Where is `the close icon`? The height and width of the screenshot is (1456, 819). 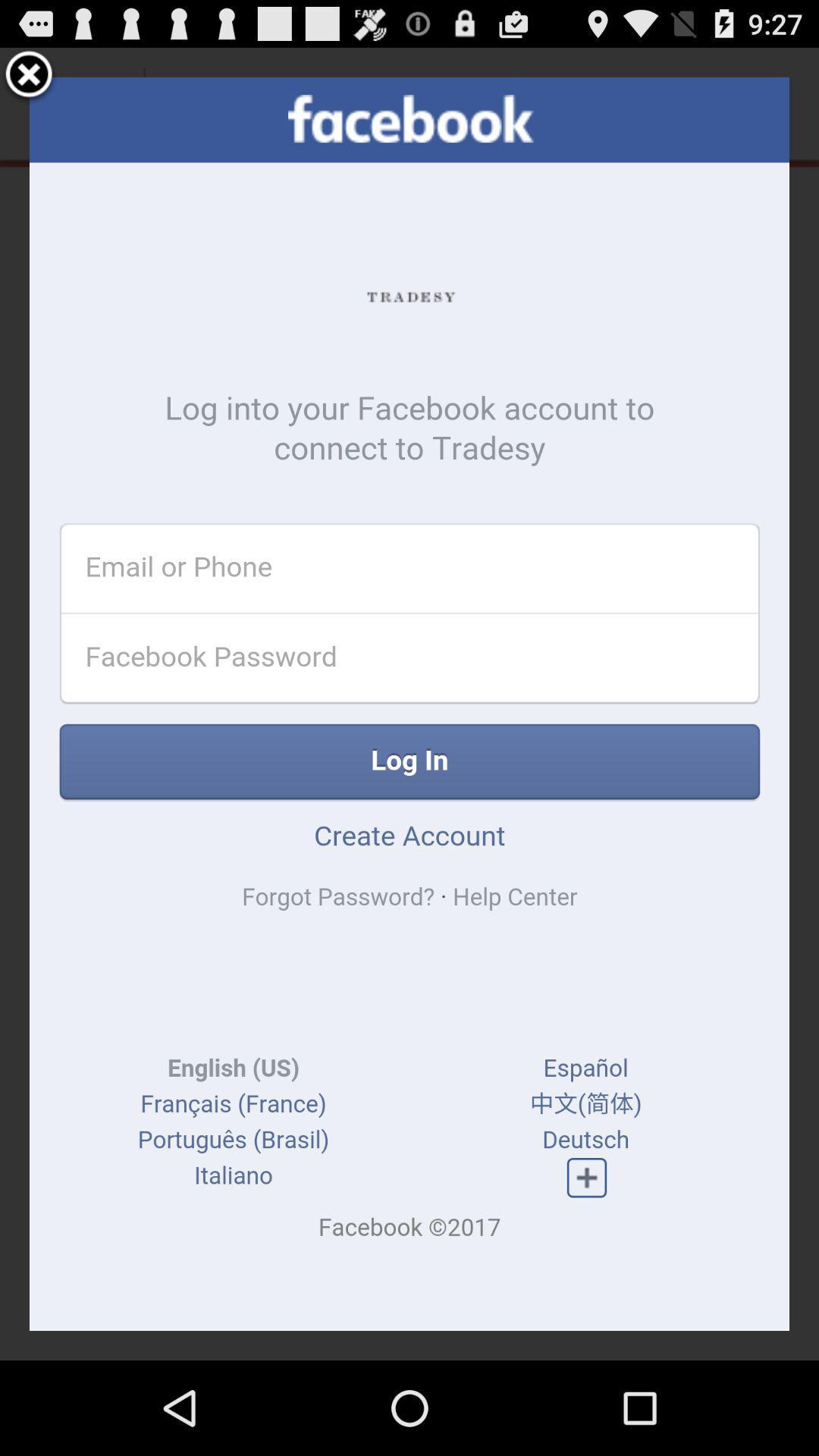 the close icon is located at coordinates (29, 81).